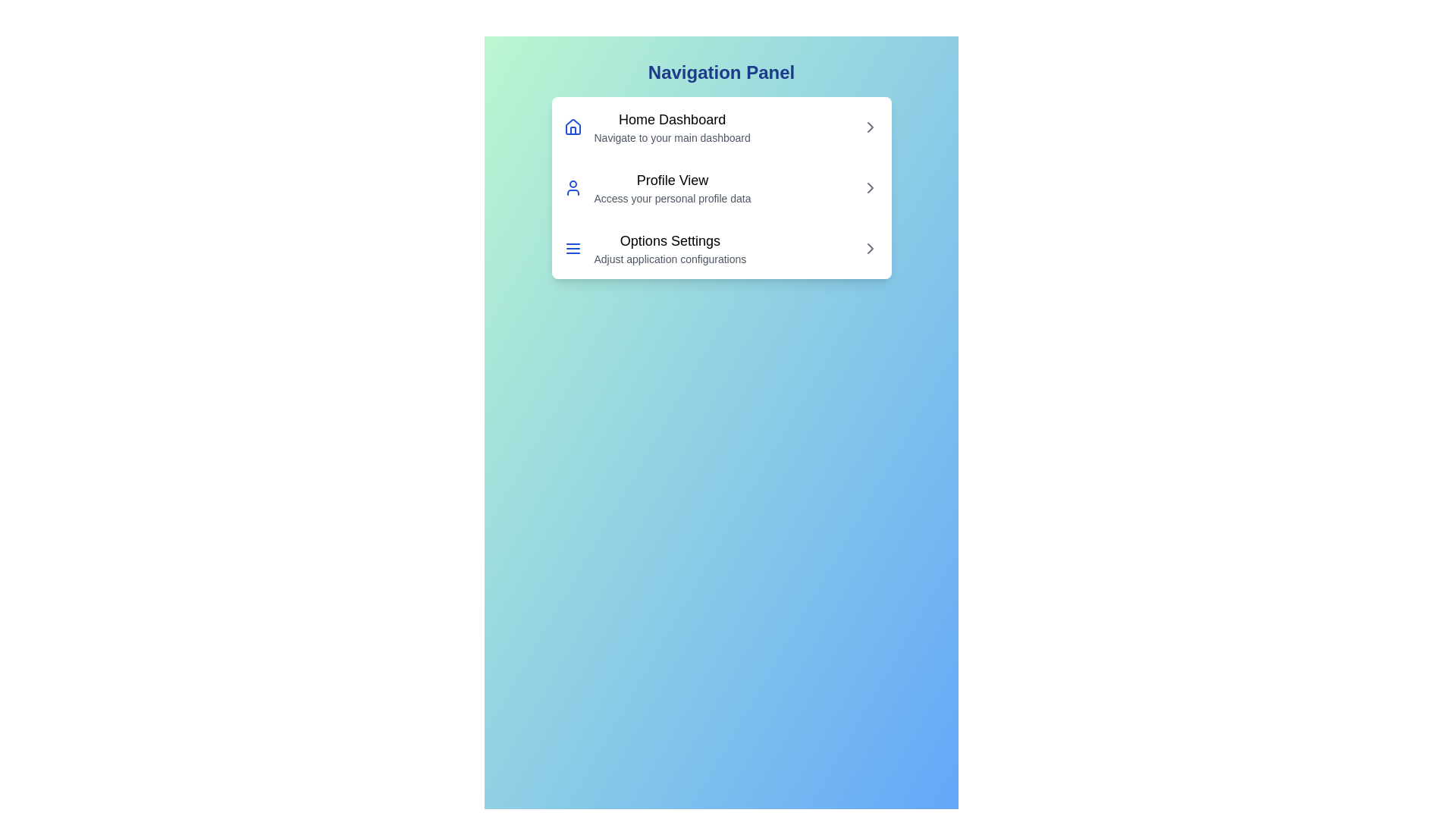 This screenshot has width=1456, height=819. Describe the element at coordinates (720, 127) in the screenshot. I see `the menu item corresponding to Home Dashboard` at that location.